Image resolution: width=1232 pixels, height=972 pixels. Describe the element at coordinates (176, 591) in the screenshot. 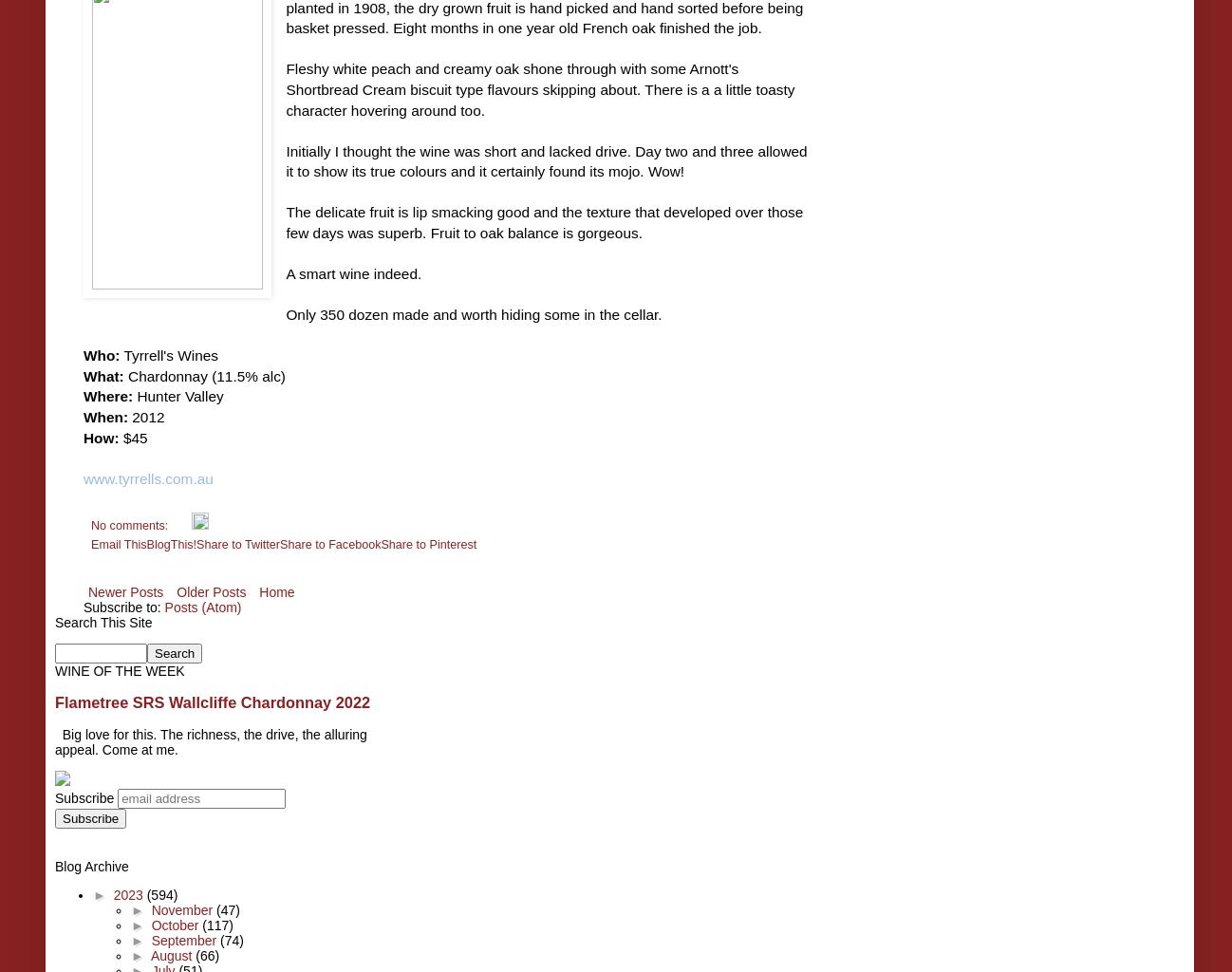

I see `'Older Posts'` at that location.